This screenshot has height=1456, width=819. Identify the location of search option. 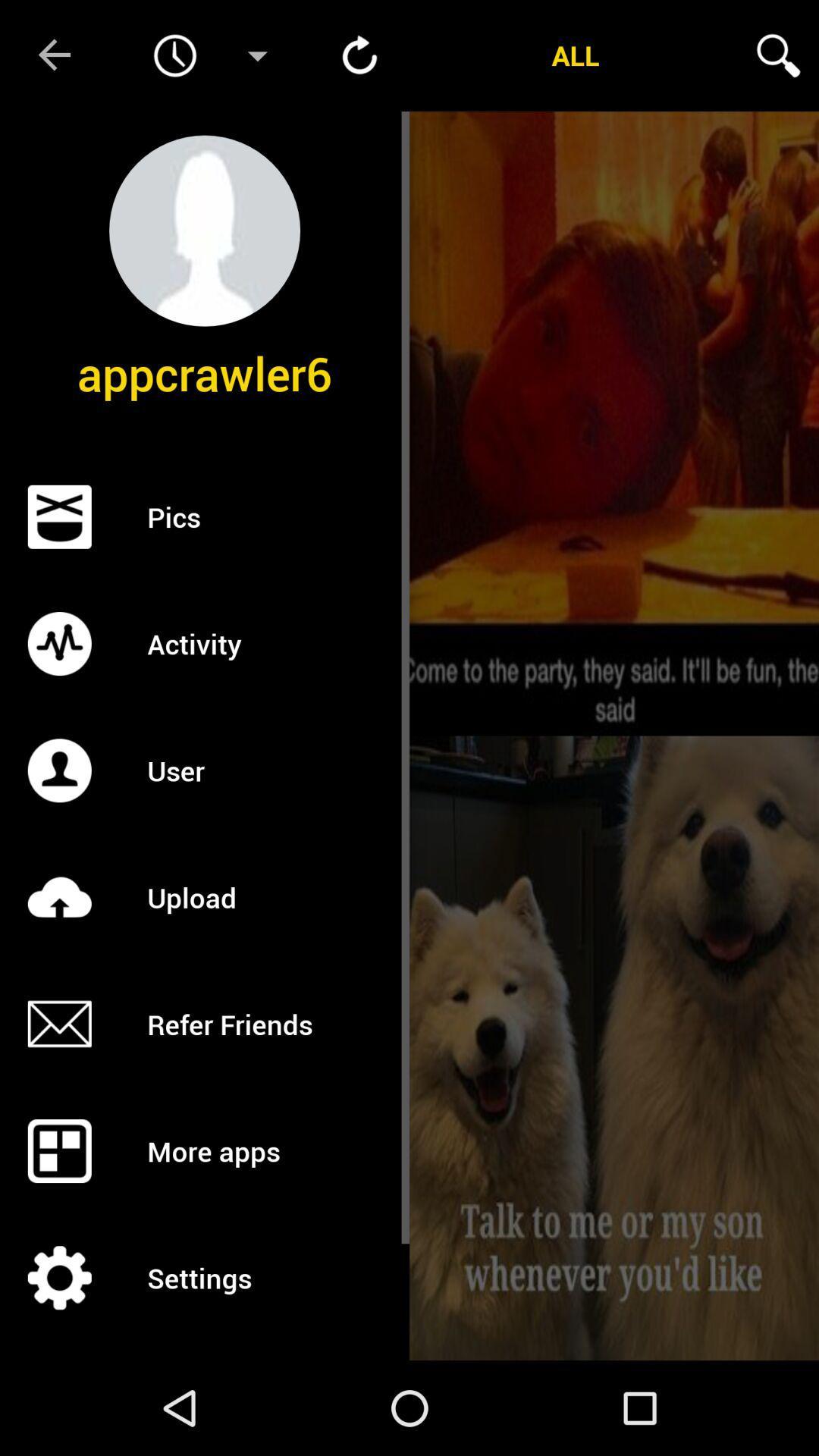
(778, 55).